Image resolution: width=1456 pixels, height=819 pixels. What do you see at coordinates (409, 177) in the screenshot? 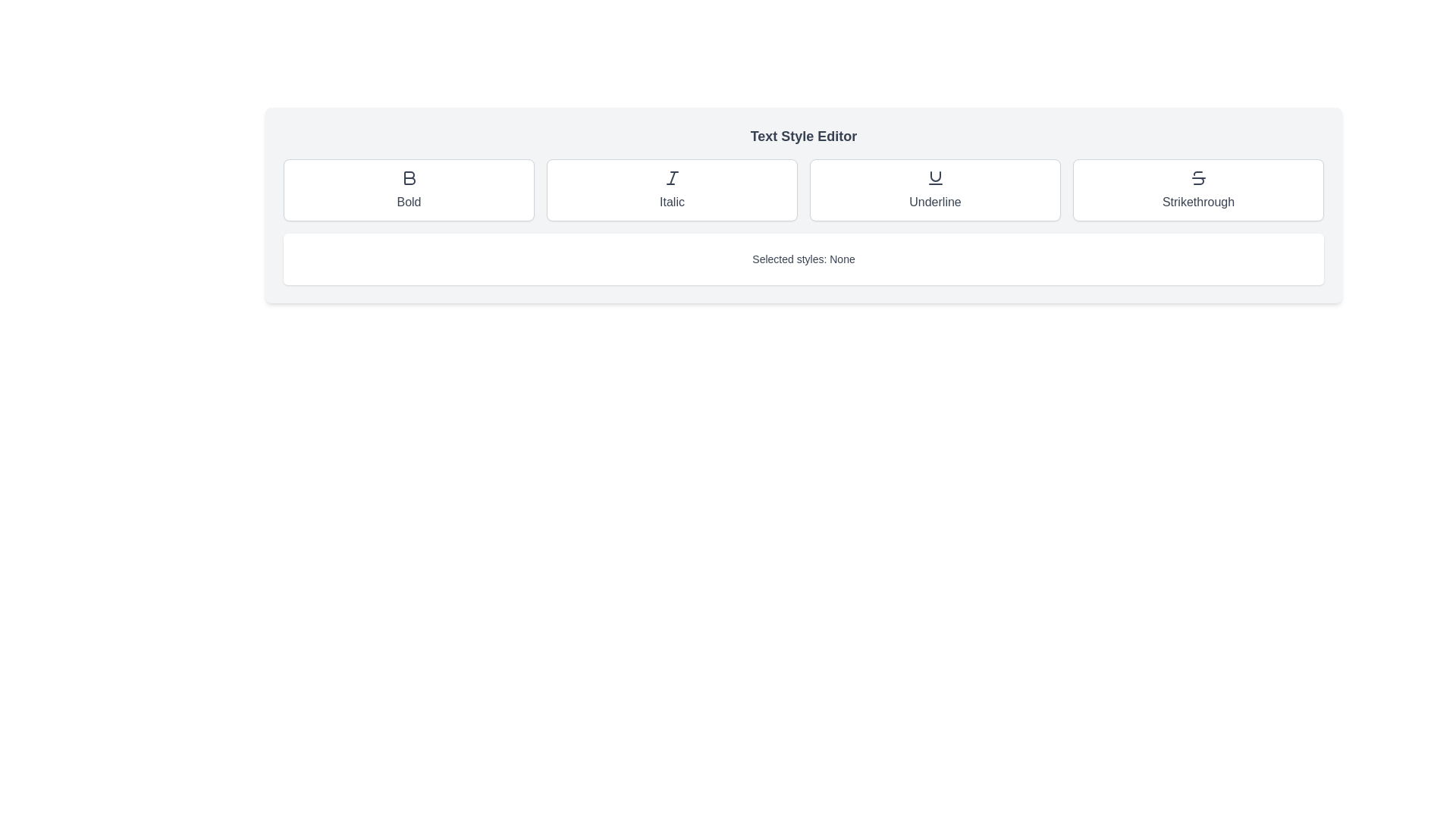
I see `the bold-style icon represented by a stylized letter 'B' within the rectangular button` at bounding box center [409, 177].